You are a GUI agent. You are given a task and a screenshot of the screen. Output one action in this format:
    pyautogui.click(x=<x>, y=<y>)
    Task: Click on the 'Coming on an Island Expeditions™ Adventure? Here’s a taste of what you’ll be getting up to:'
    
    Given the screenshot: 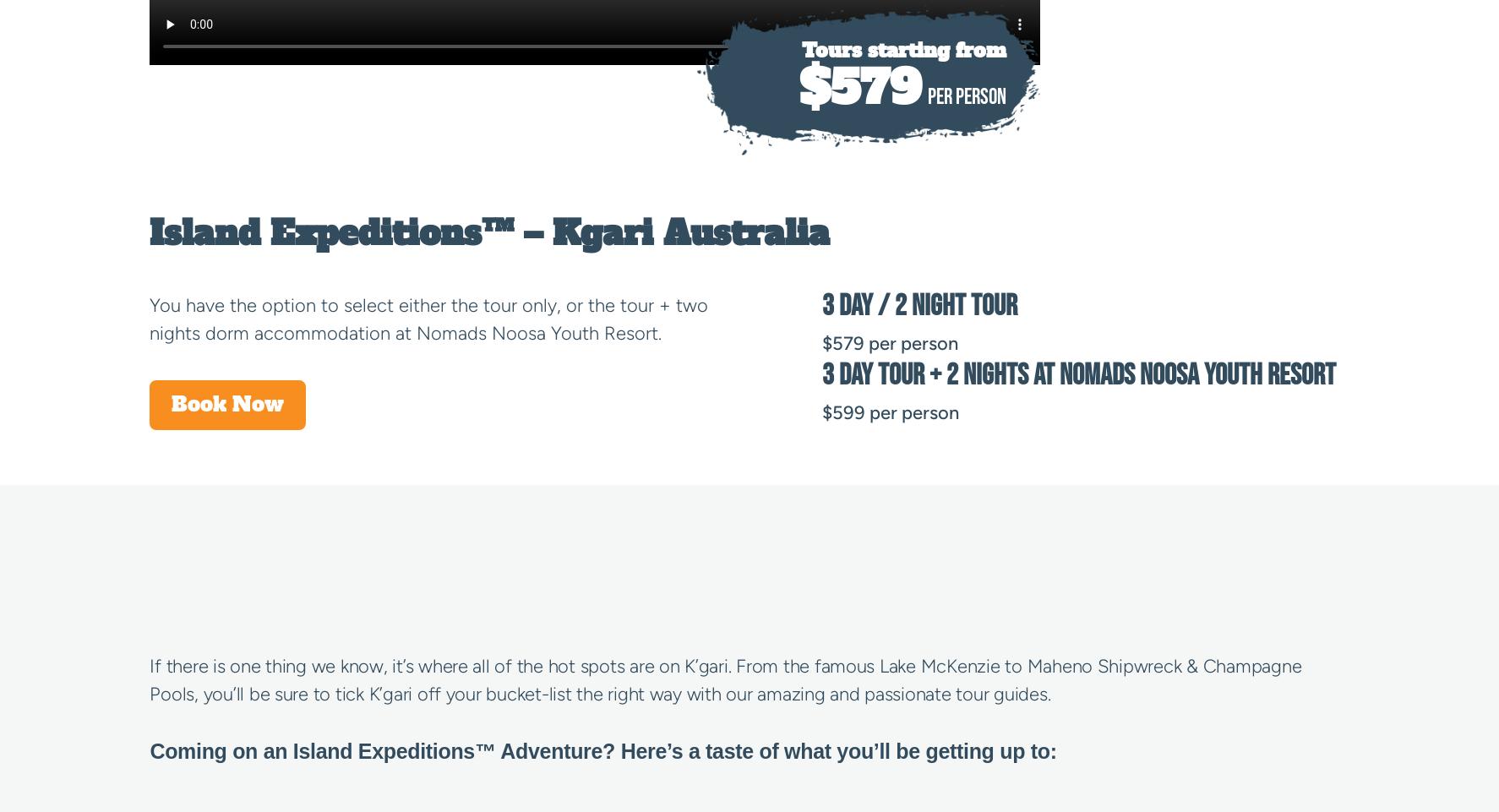 What is the action you would take?
    pyautogui.click(x=150, y=750)
    